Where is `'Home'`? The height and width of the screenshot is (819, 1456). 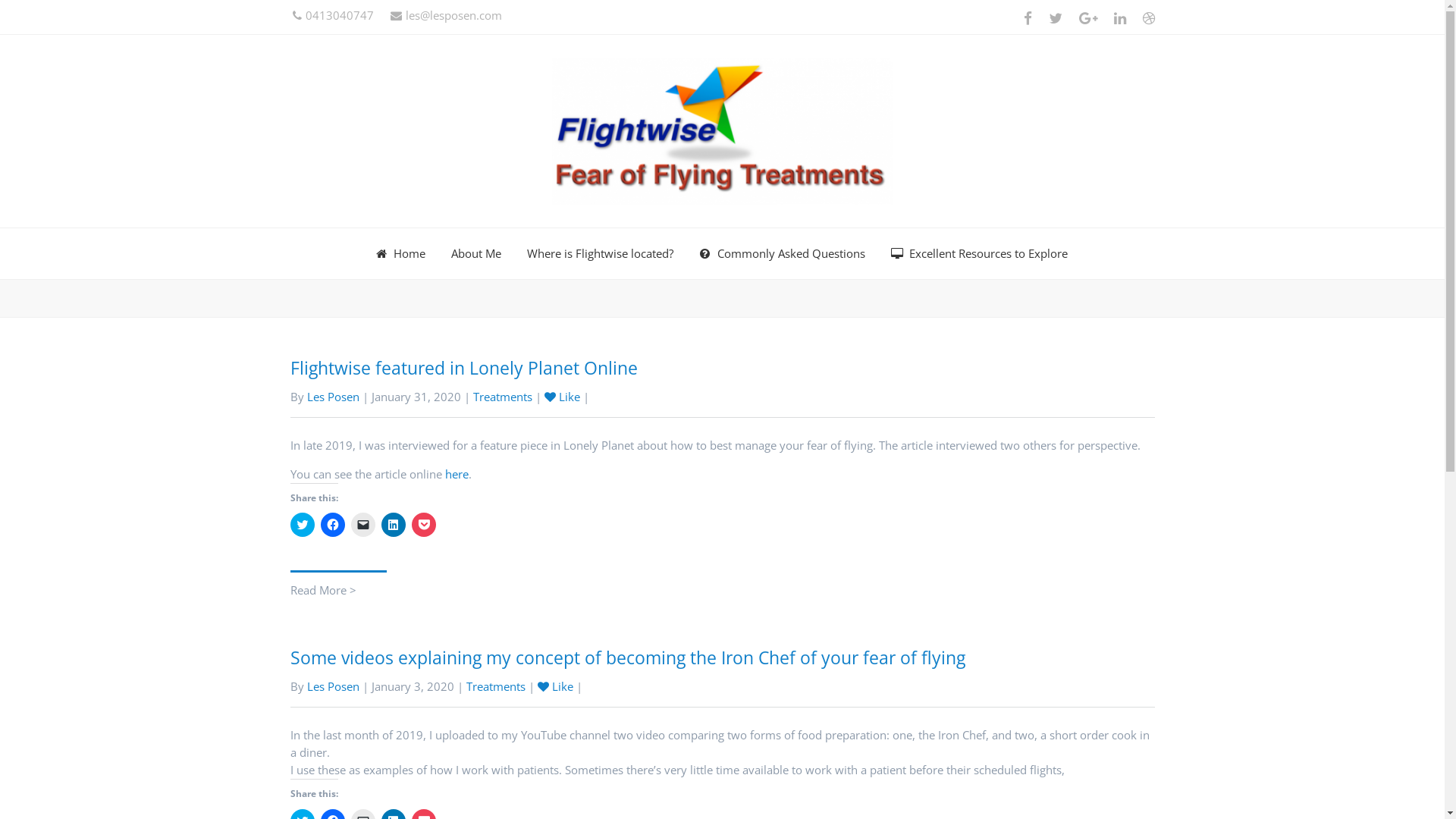 'Home' is located at coordinates (364, 253).